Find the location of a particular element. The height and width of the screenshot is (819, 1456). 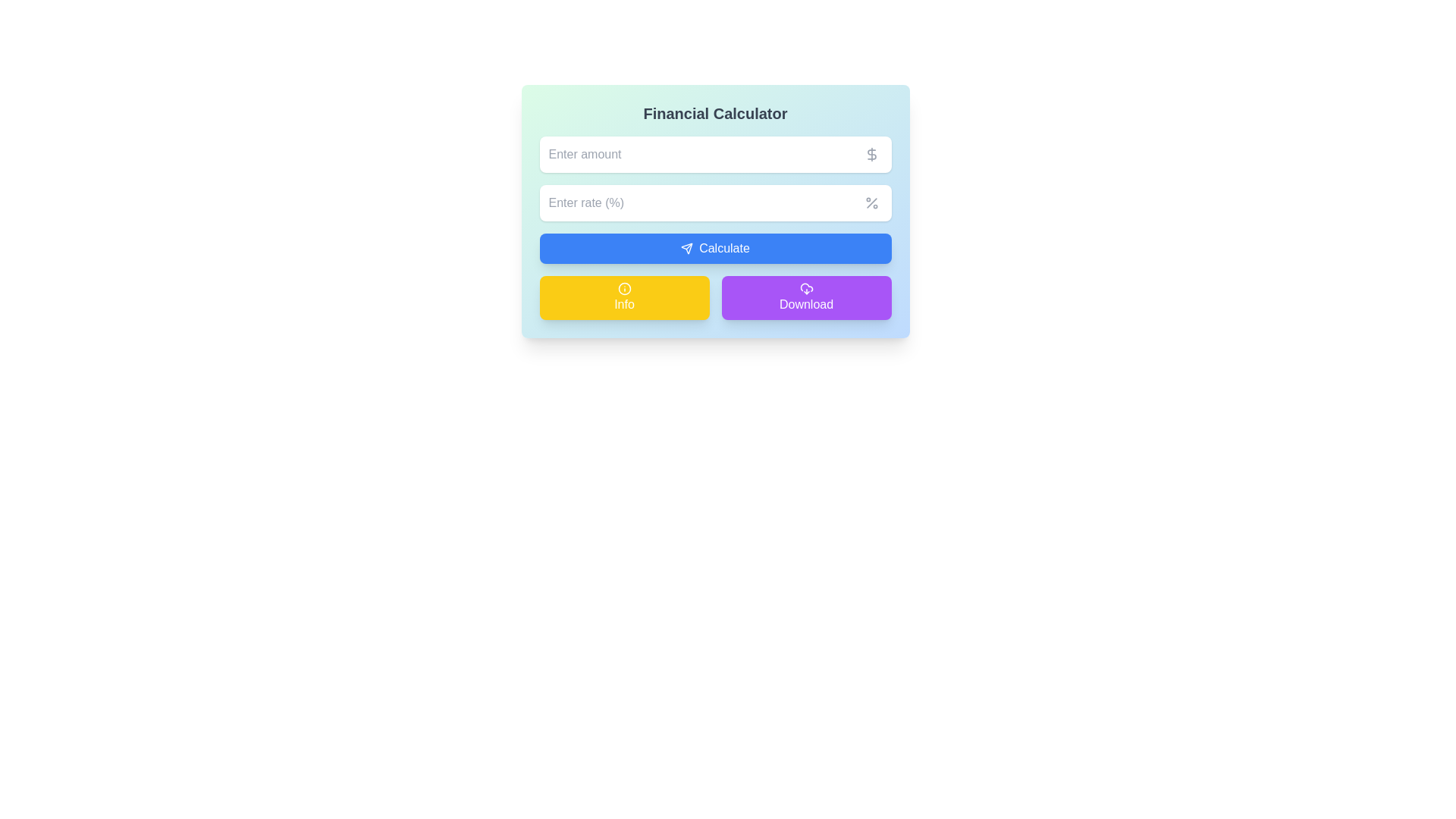

the cursor across the text within the Text input field located below the 'Financial Calculator' title is located at coordinates (714, 155).